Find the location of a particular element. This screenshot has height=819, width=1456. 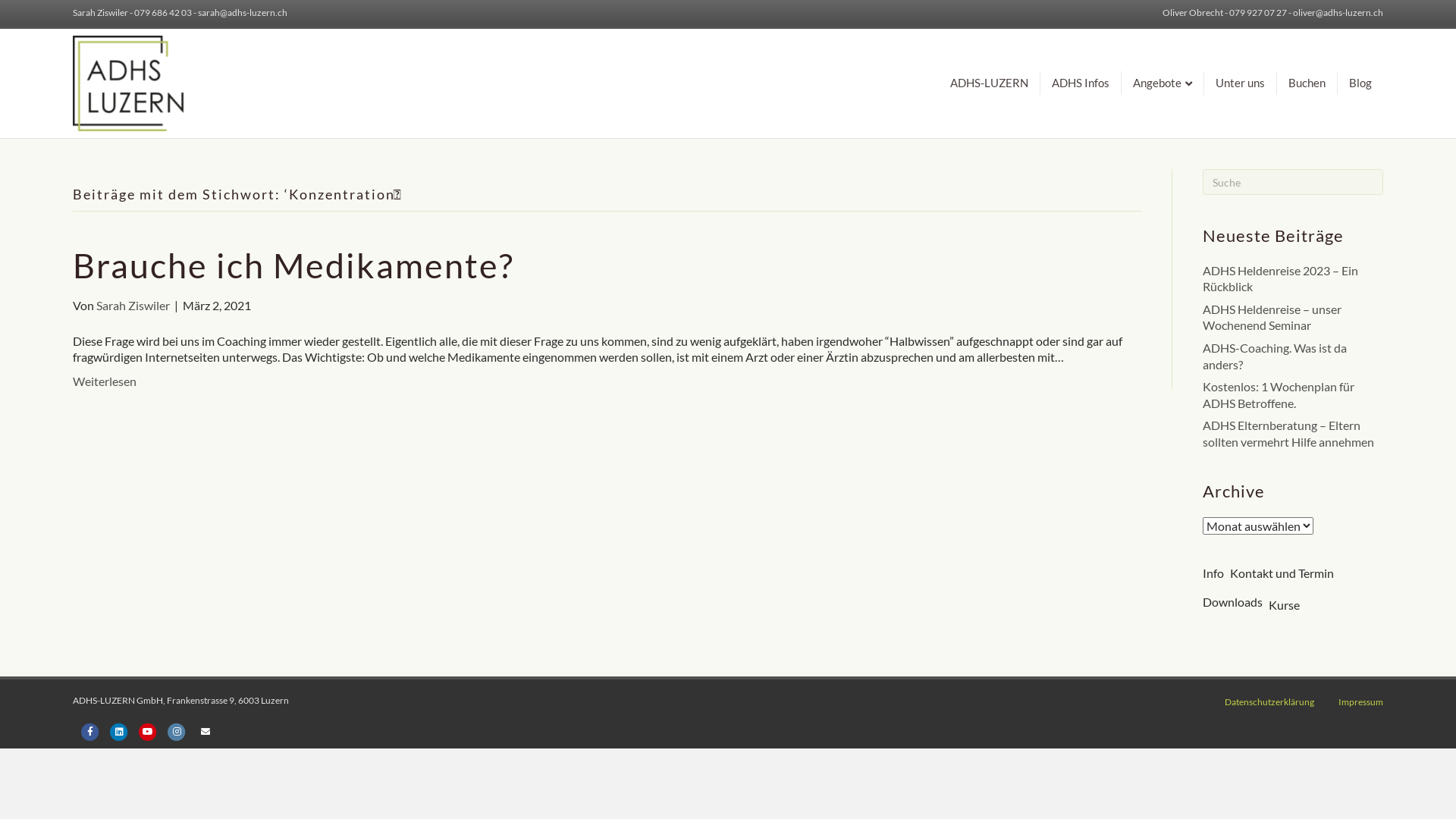

'Kurse' is located at coordinates (1283, 604).